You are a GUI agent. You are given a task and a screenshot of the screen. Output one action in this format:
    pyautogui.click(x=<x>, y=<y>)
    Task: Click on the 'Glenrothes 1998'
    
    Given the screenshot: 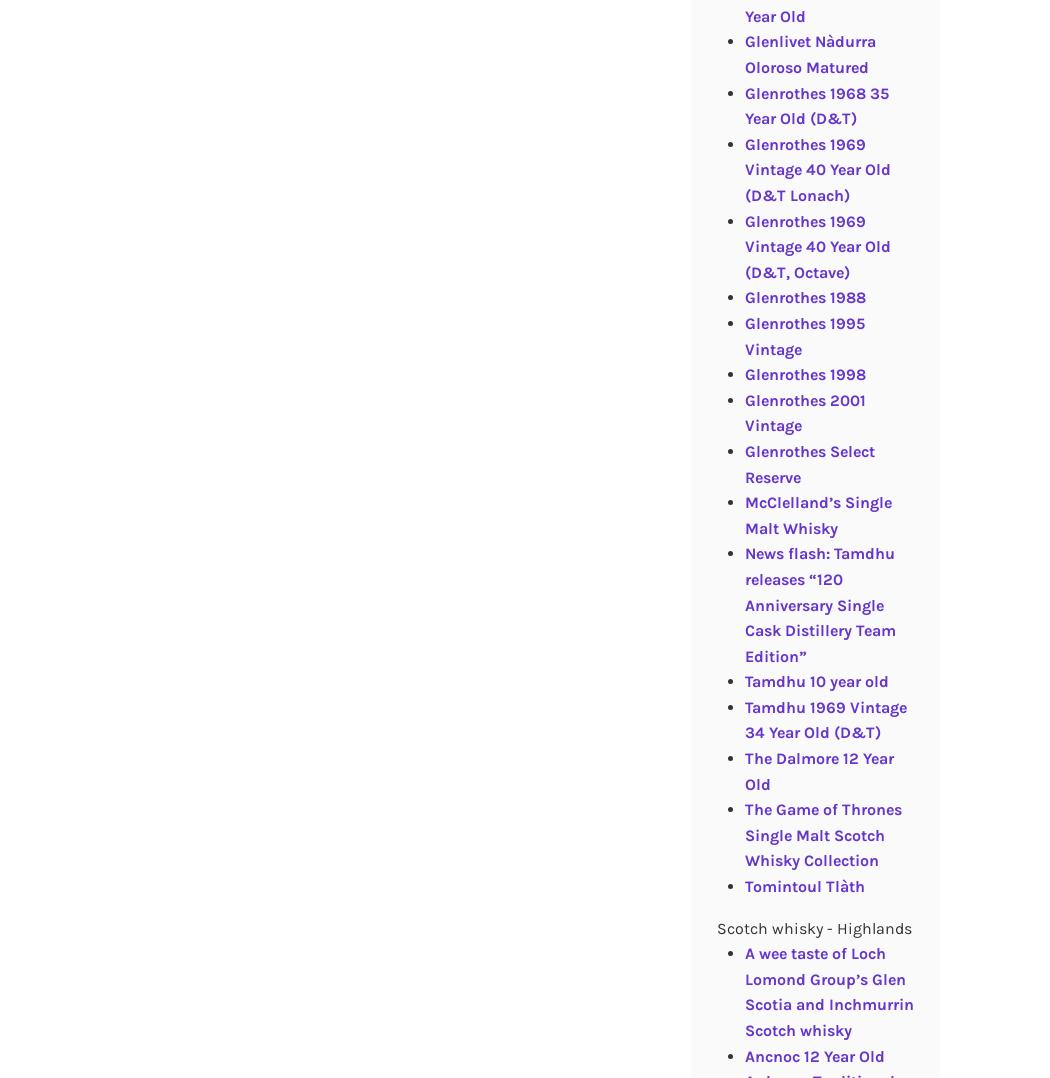 What is the action you would take?
    pyautogui.click(x=803, y=374)
    